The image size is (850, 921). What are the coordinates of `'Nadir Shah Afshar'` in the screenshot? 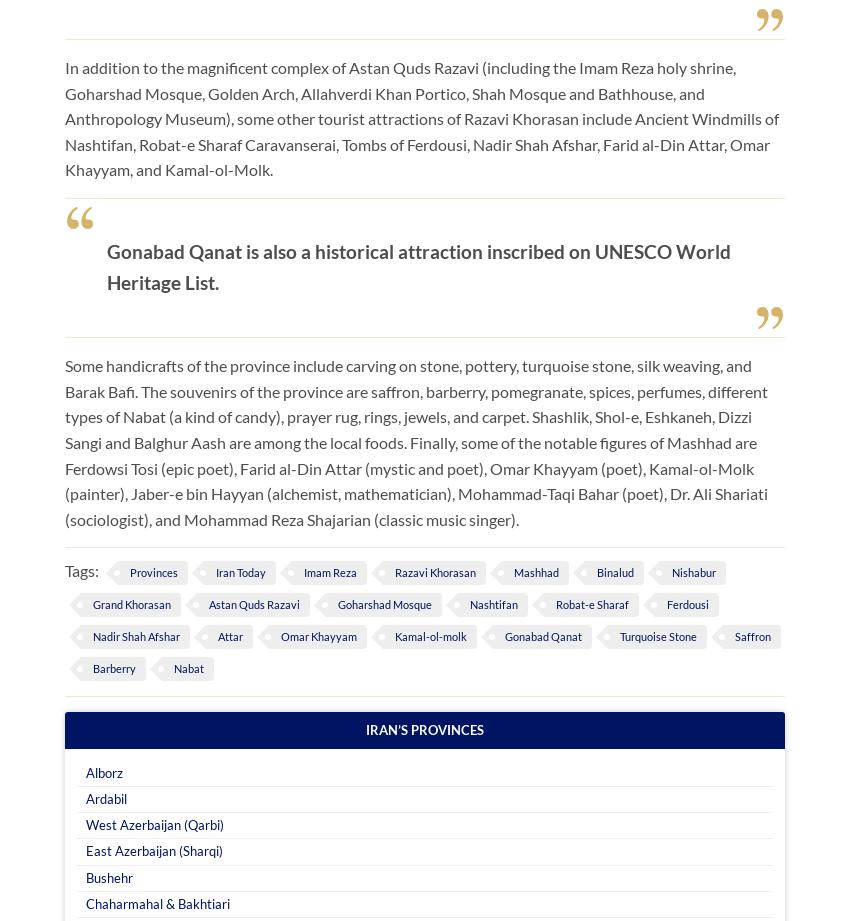 It's located at (91, 636).